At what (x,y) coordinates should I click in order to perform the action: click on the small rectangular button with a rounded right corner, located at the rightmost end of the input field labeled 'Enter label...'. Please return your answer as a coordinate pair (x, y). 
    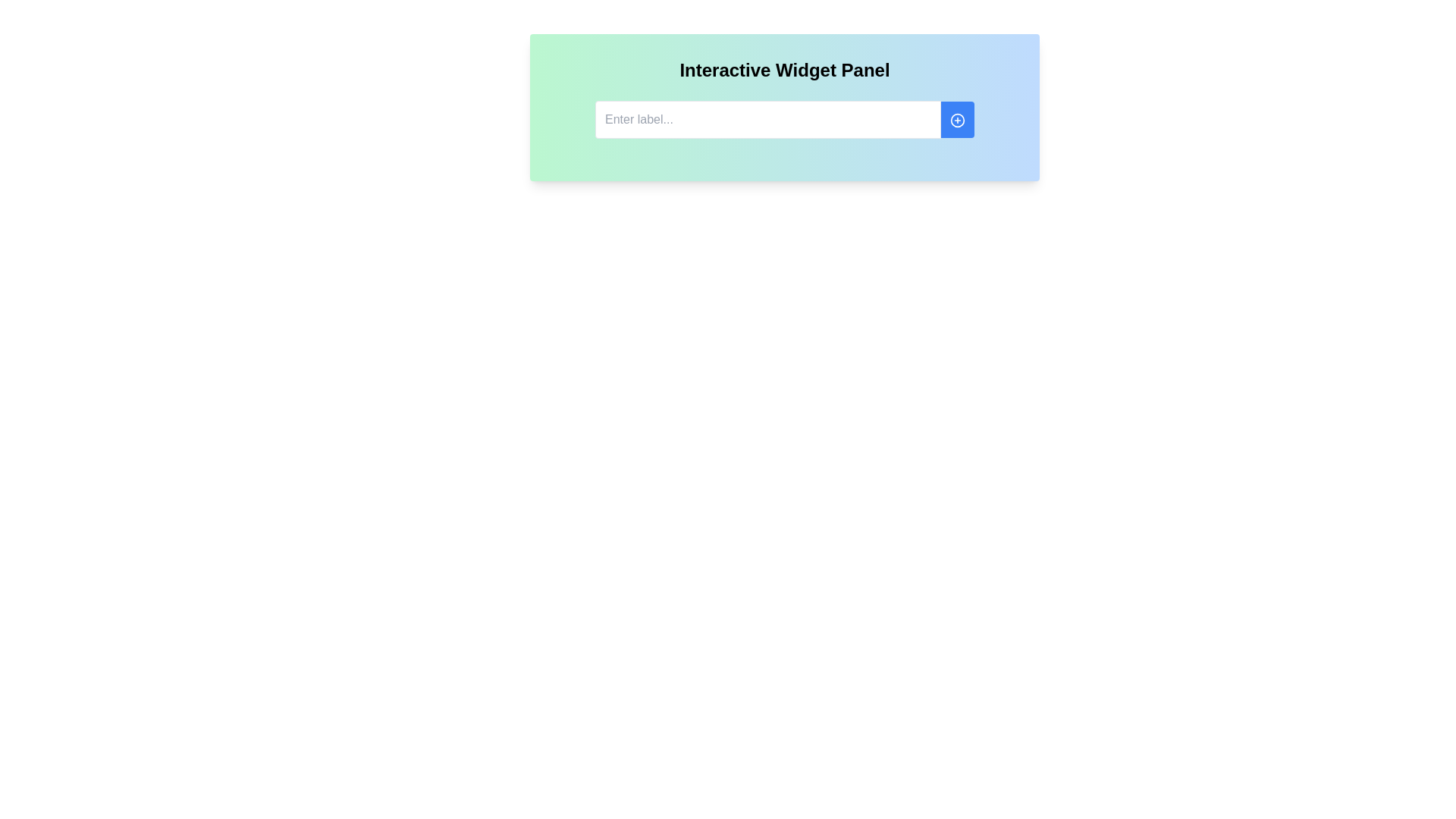
    Looking at the image, I should click on (956, 119).